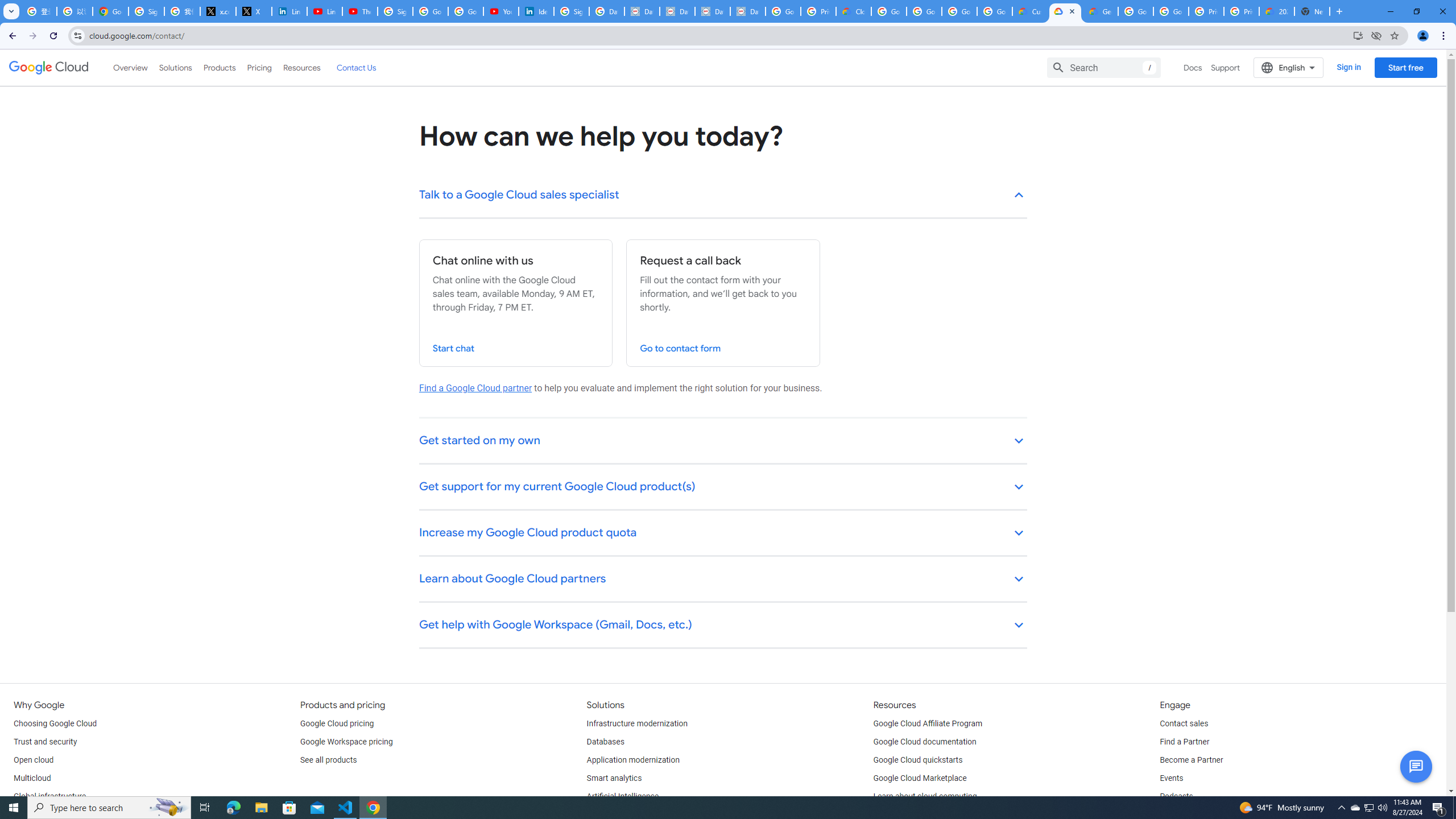  What do you see at coordinates (324, 11) in the screenshot?
I see `'LinkedIn - YouTube'` at bounding box center [324, 11].